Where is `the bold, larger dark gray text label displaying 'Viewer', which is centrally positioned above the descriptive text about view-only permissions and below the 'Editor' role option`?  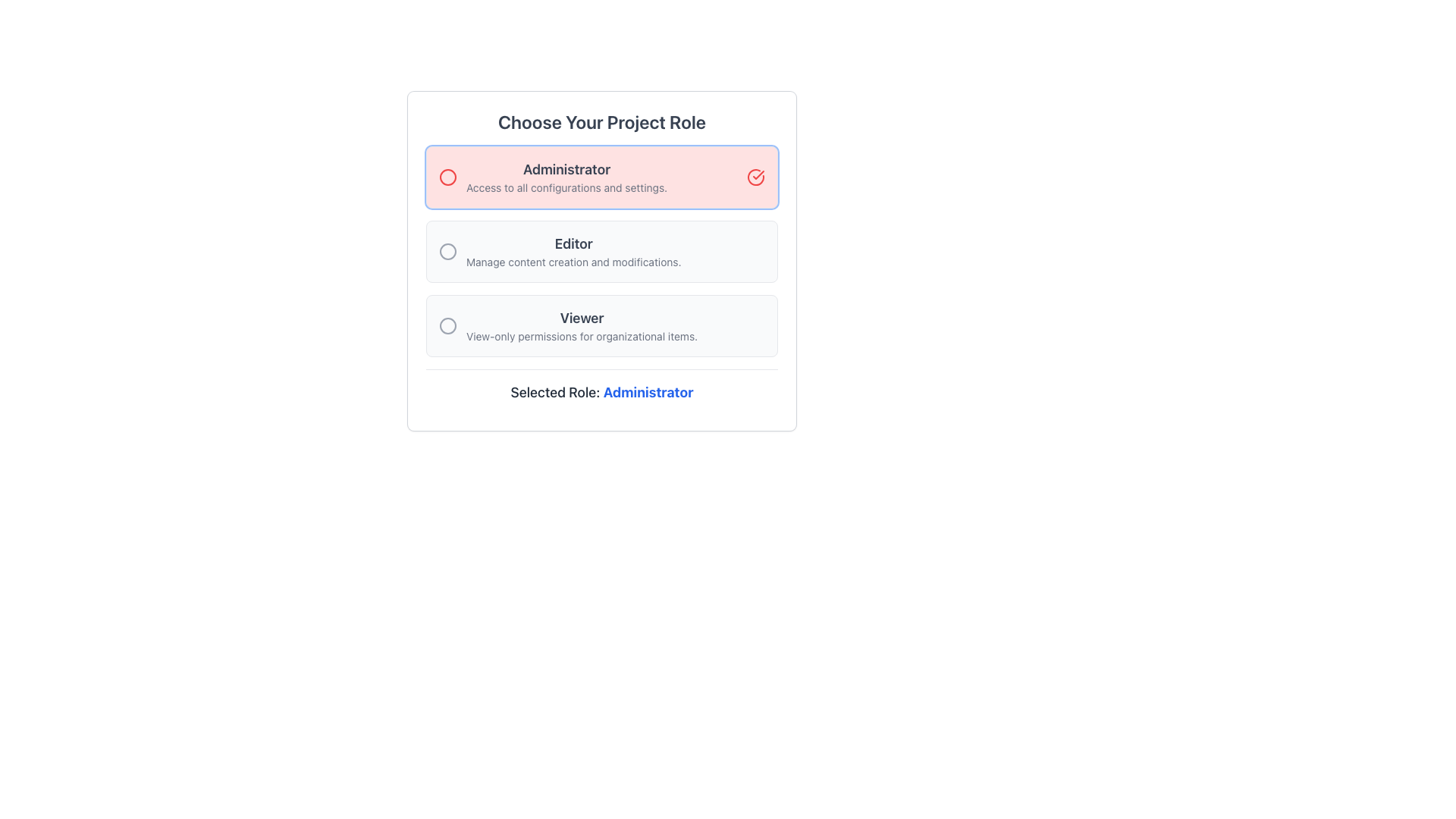 the bold, larger dark gray text label displaying 'Viewer', which is centrally positioned above the descriptive text about view-only permissions and below the 'Editor' role option is located at coordinates (581, 318).